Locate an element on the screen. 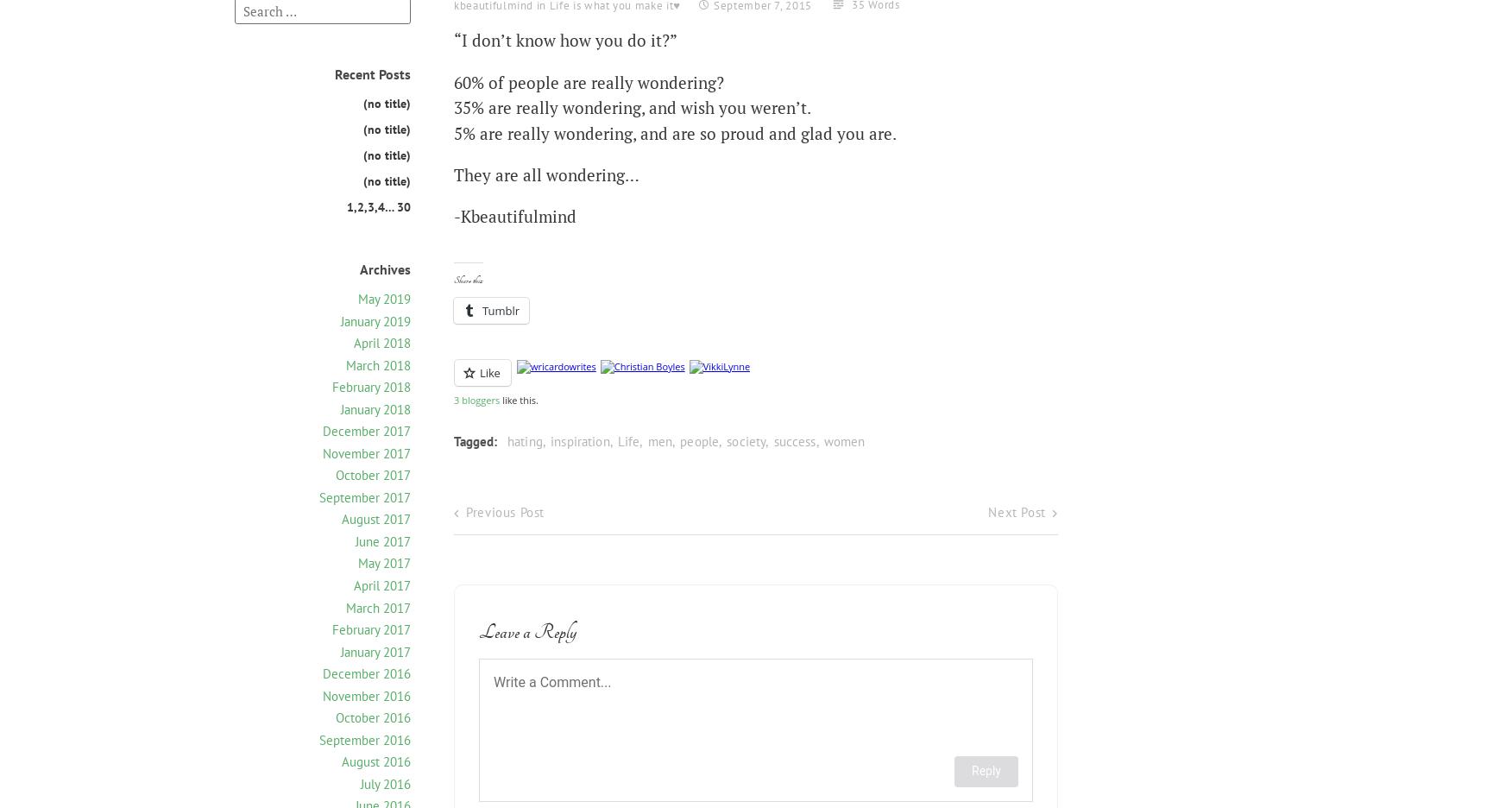 This screenshot has width=1512, height=808. 'Tagged' is located at coordinates (473, 441).